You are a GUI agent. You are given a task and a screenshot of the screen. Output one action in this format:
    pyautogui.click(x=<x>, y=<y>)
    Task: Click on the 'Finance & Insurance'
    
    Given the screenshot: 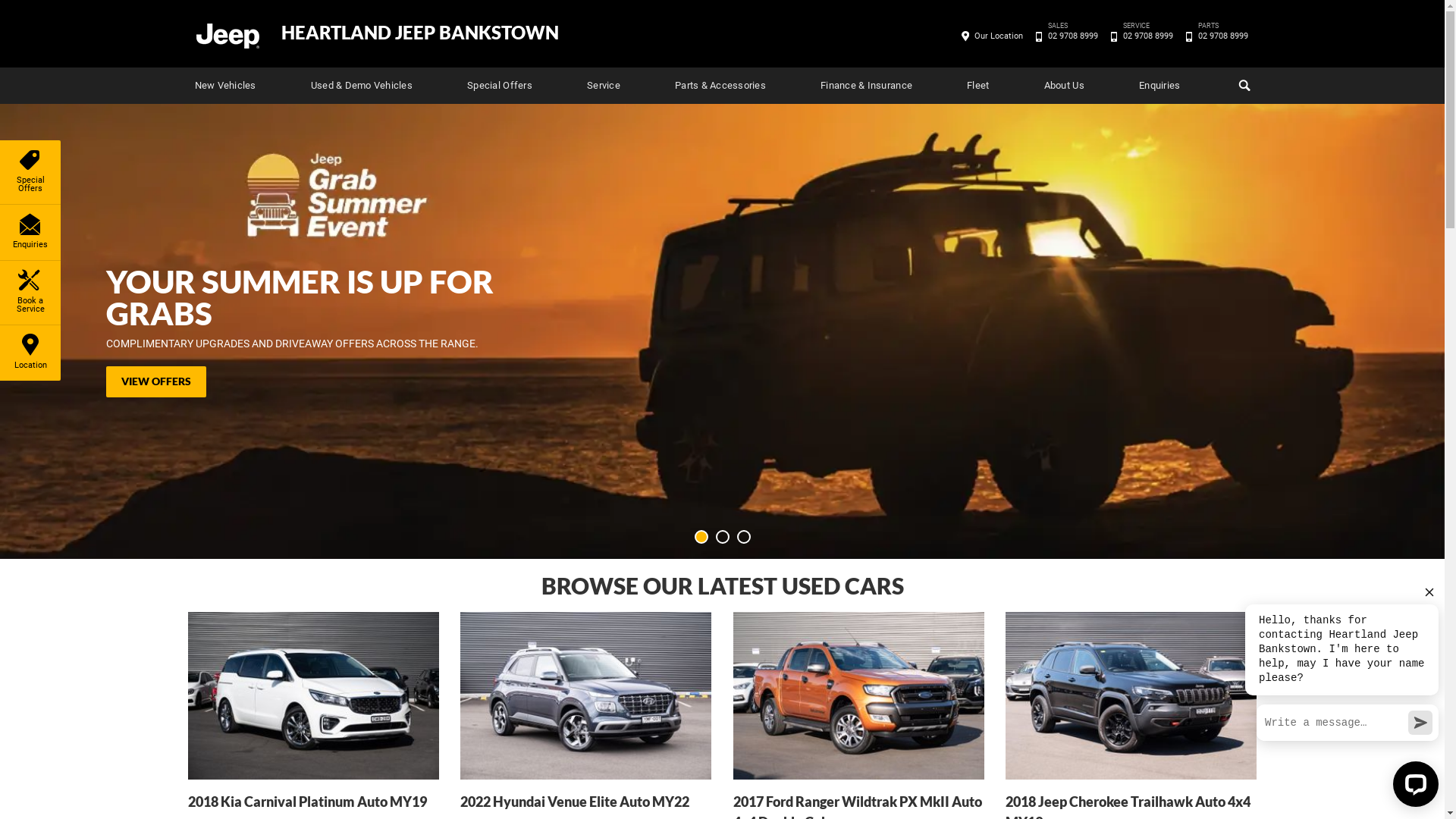 What is the action you would take?
    pyautogui.click(x=819, y=85)
    